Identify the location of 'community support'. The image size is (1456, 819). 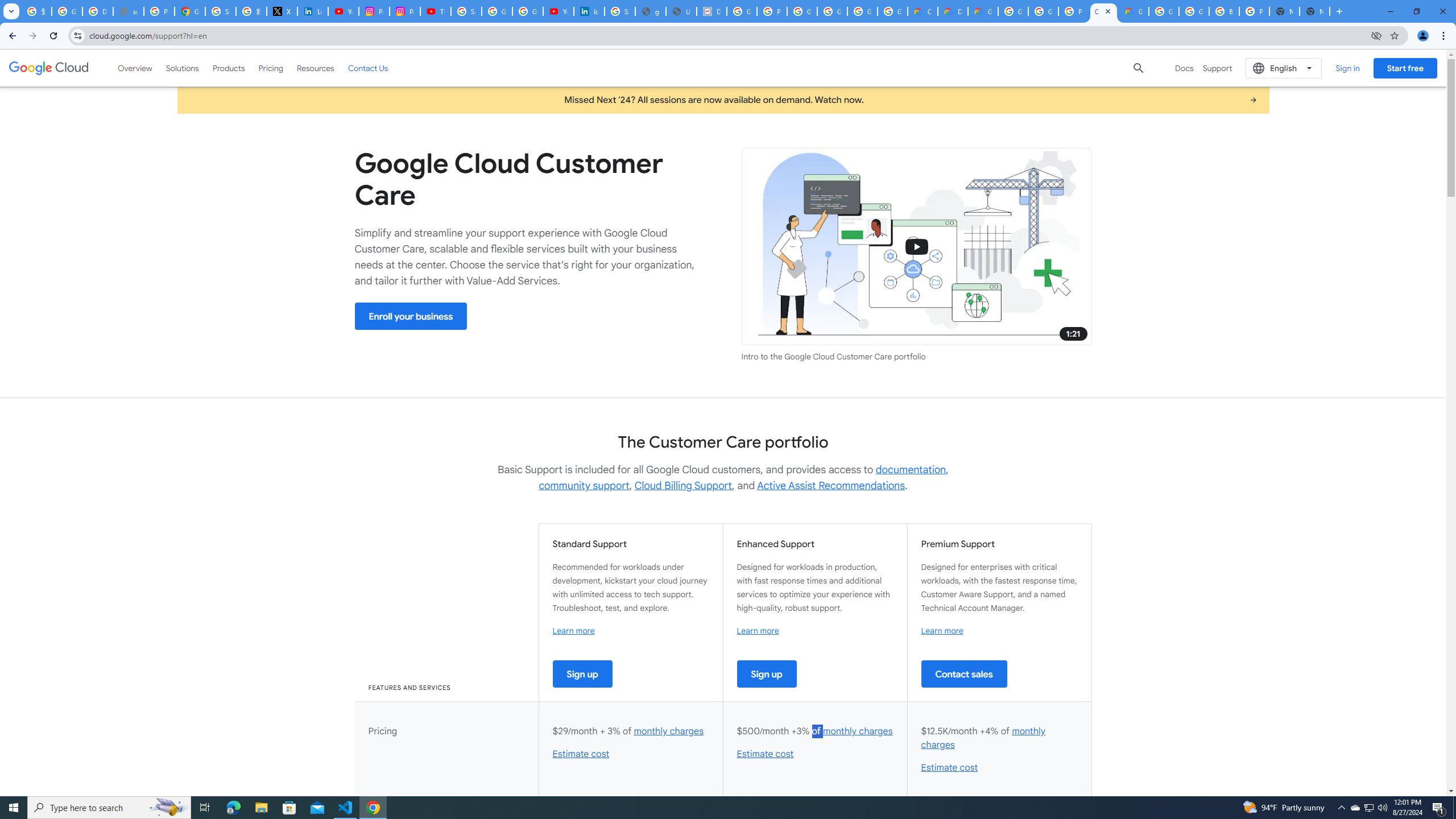
(584, 485).